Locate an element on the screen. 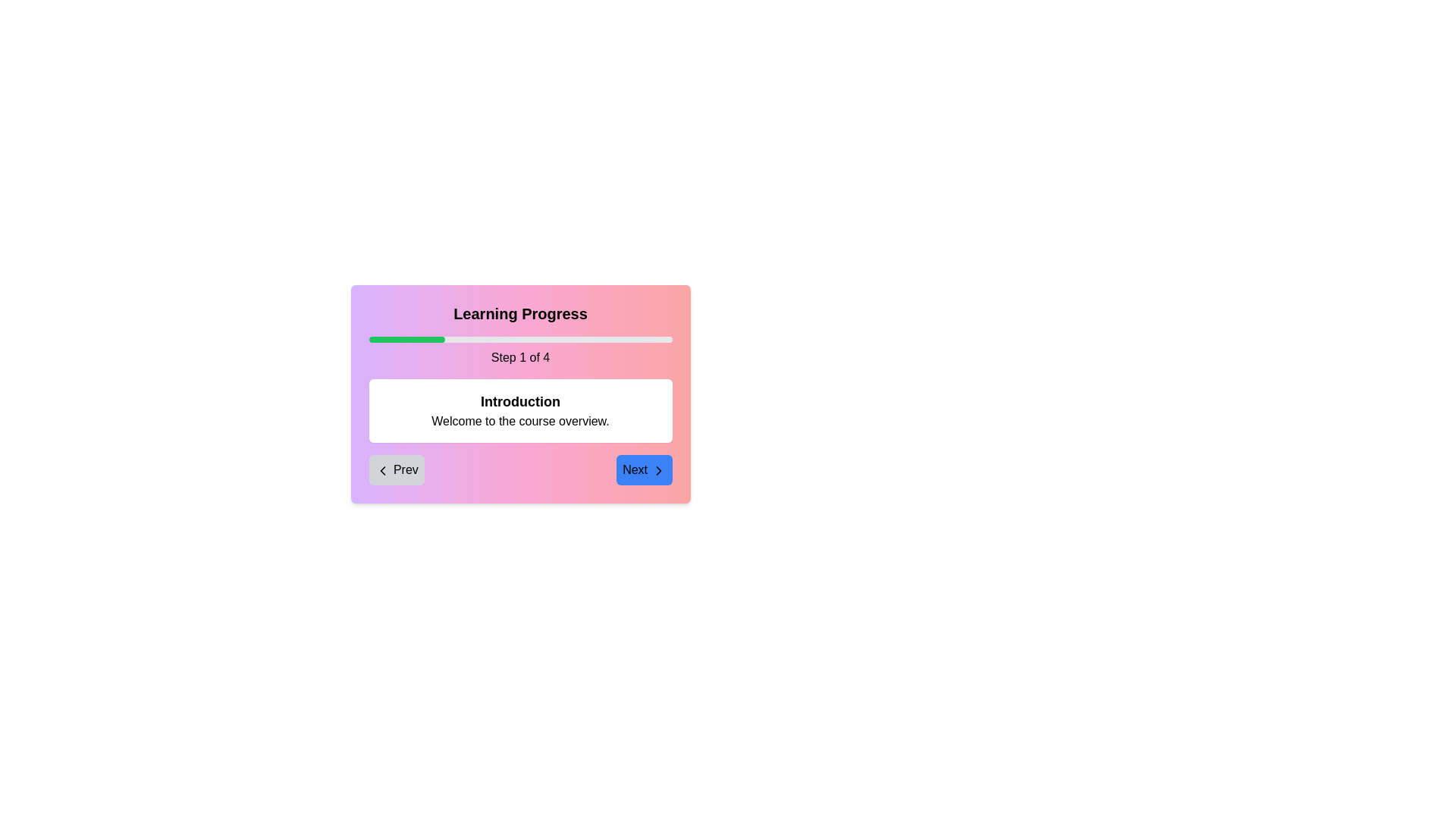  the green progress bar segment under the 'Learning Progress' title located at the top of the card is located at coordinates (406, 338).